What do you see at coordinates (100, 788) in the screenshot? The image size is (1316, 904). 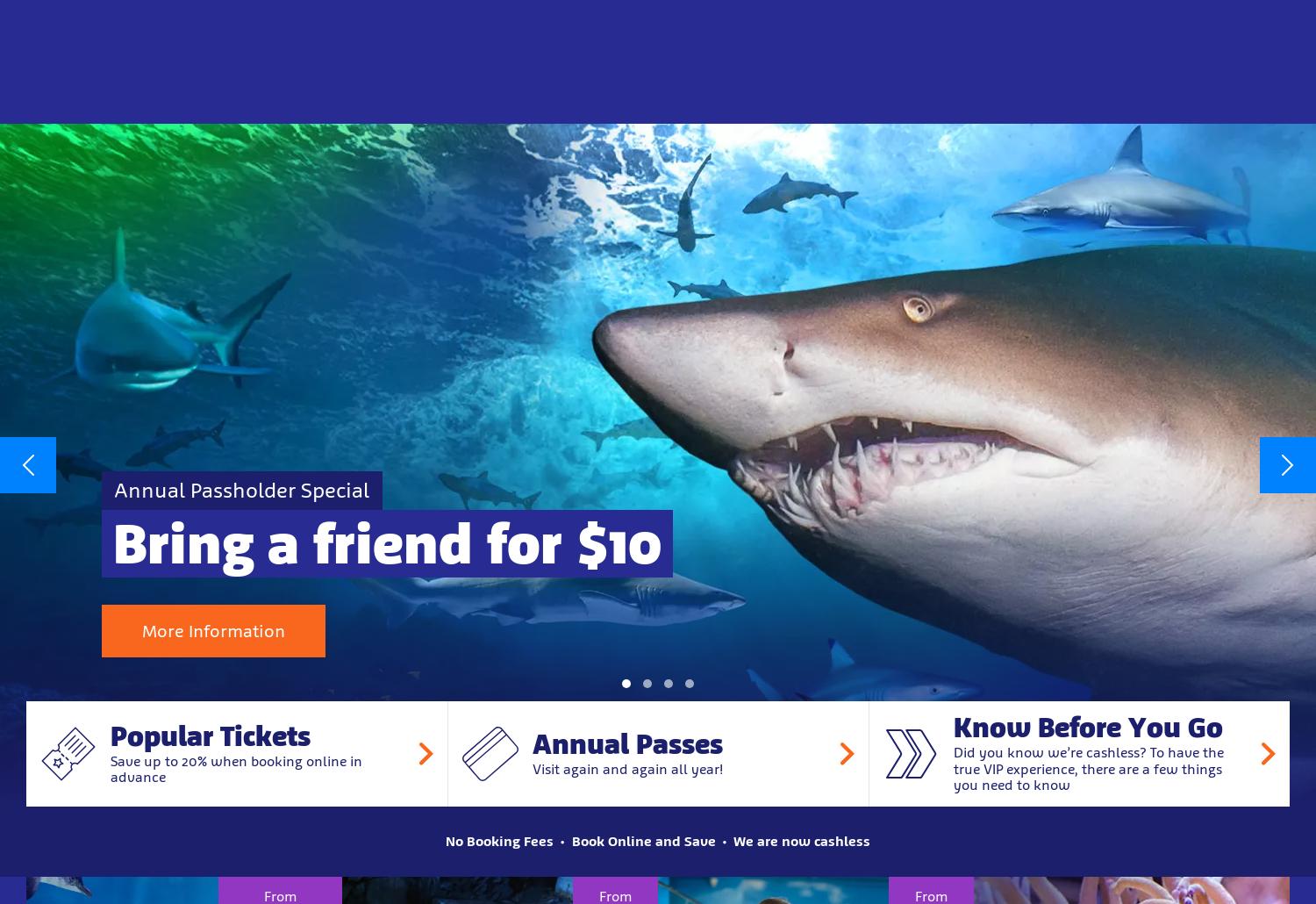 I see `'Save BIG on Black Friday!'` at bounding box center [100, 788].